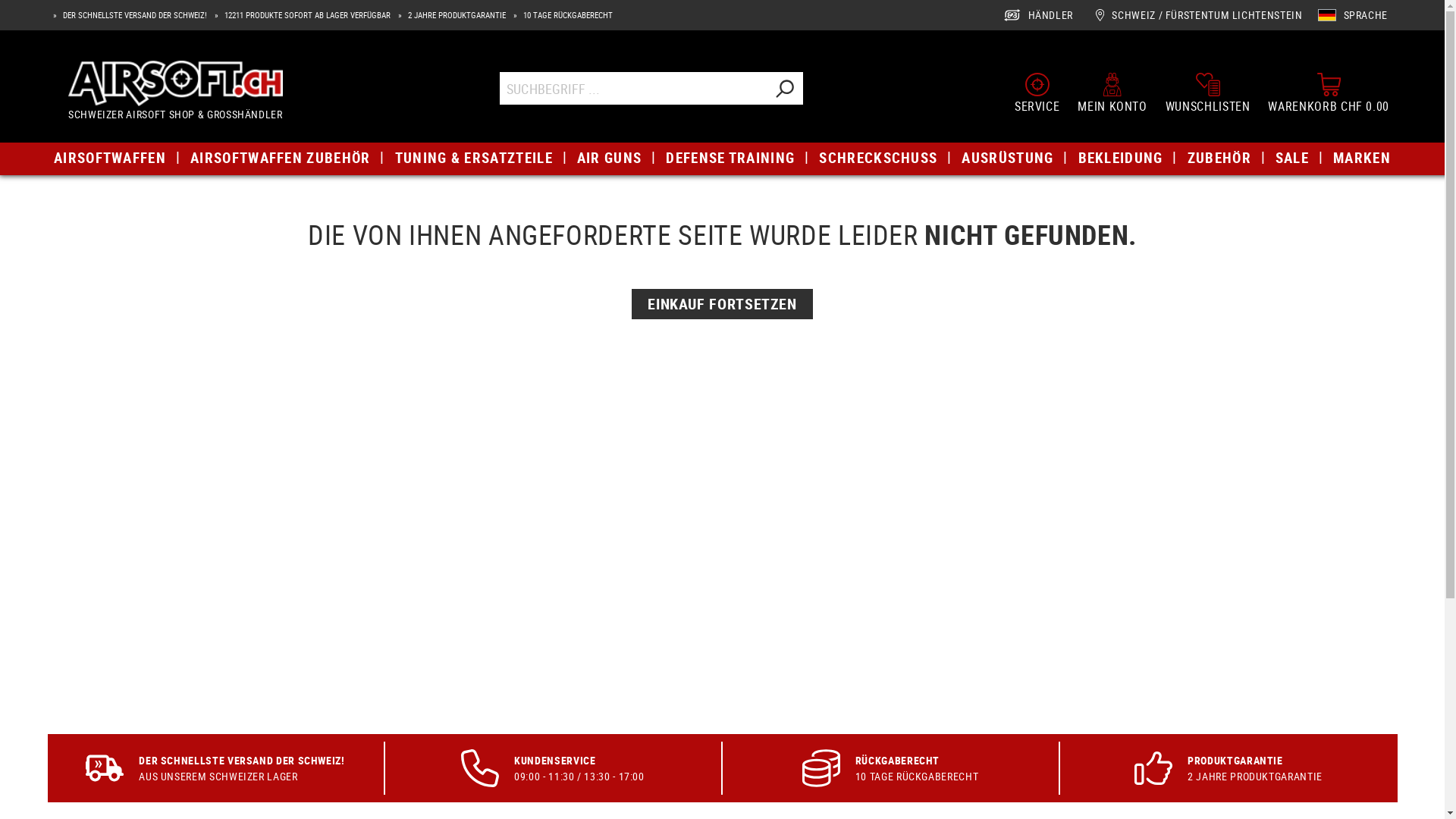  What do you see at coordinates (563, 158) in the screenshot?
I see `'AIR GUNS'` at bounding box center [563, 158].